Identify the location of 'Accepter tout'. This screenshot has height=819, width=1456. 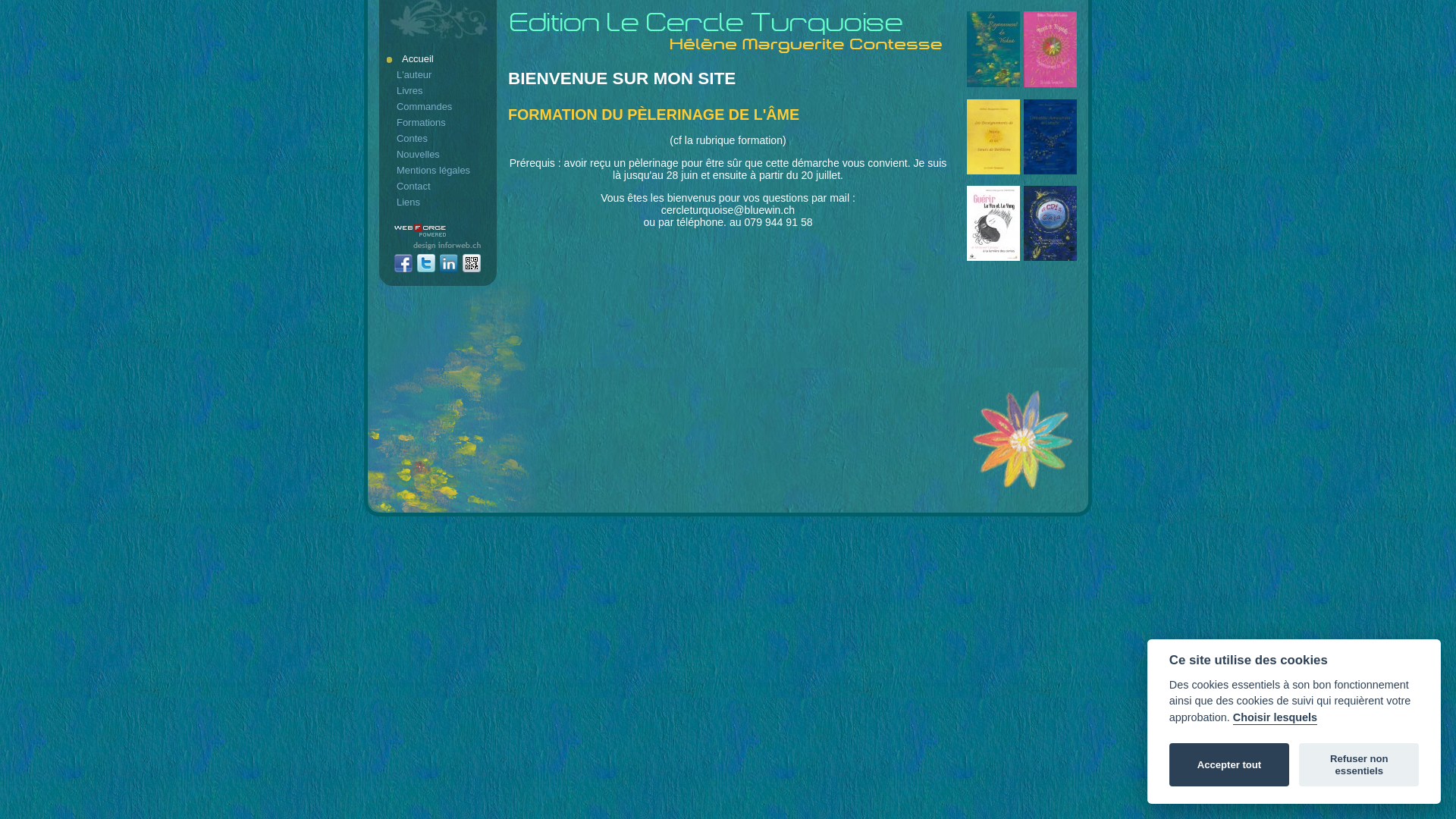
(1229, 765).